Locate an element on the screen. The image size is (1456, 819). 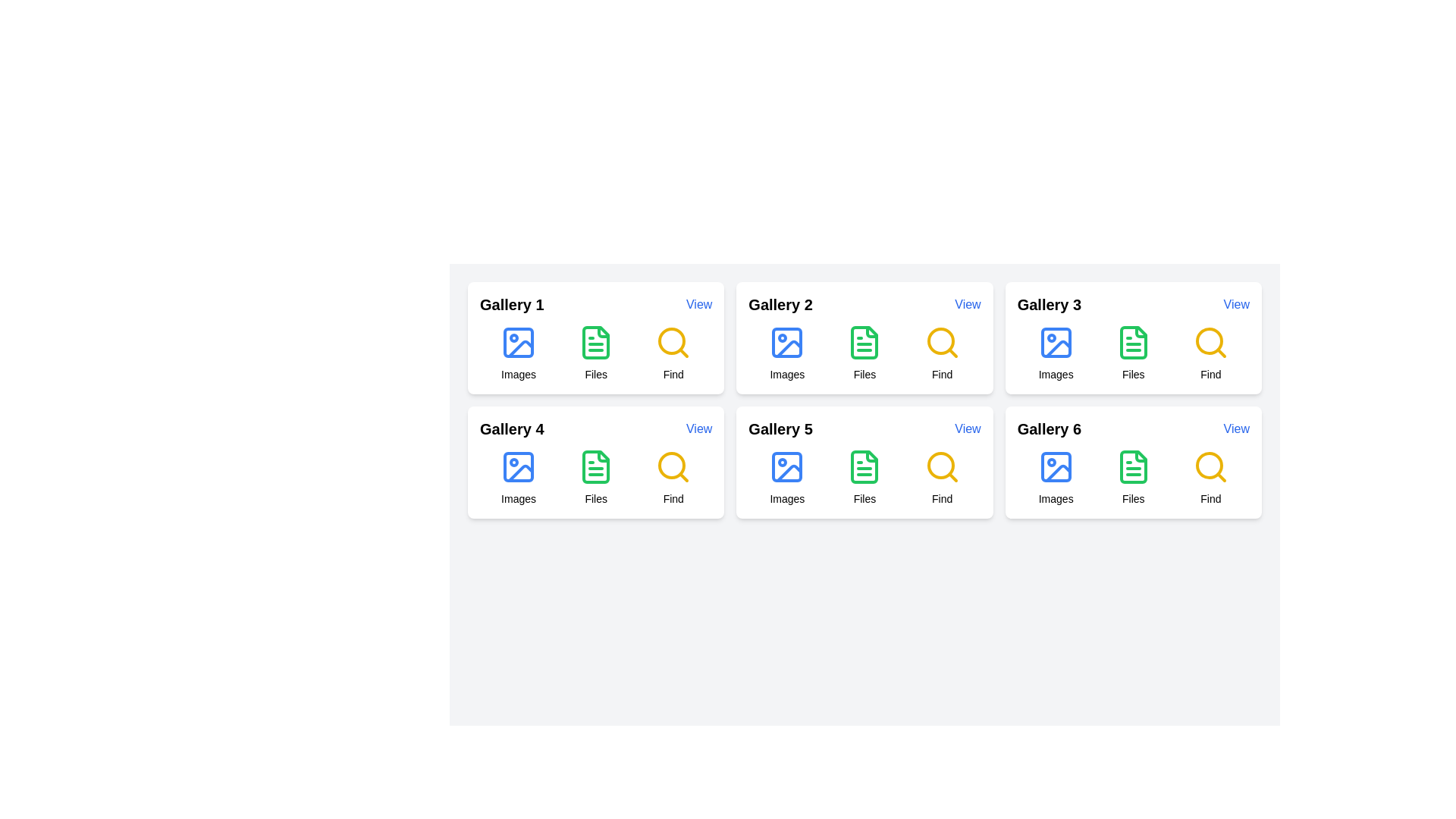
the card titled 'Gallery 6' located in the bottom-right corner of the grid layout to emphasize its shadow effect is located at coordinates (1133, 461).